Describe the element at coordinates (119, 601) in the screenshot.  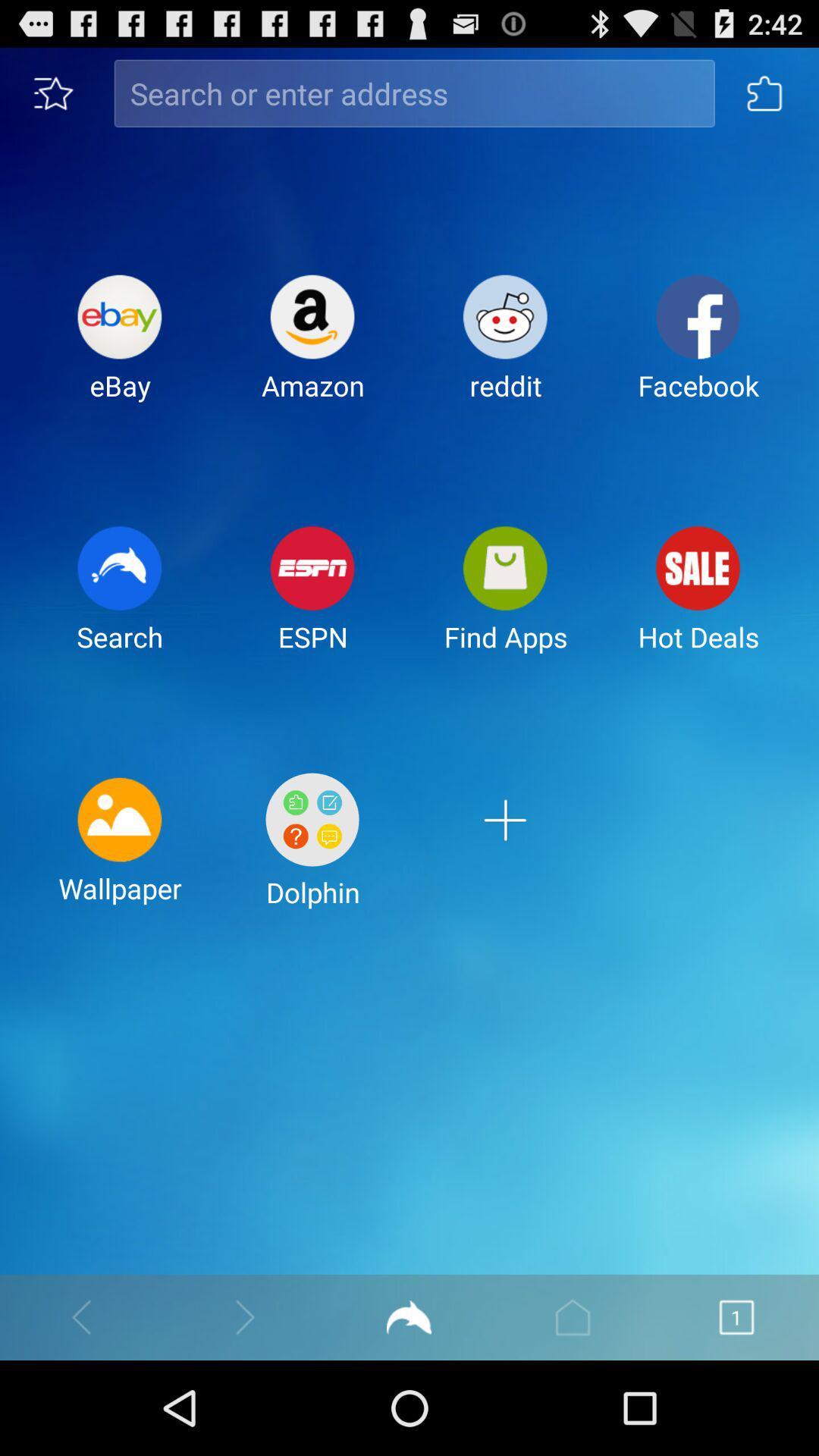
I see `the icon next to espn` at that location.